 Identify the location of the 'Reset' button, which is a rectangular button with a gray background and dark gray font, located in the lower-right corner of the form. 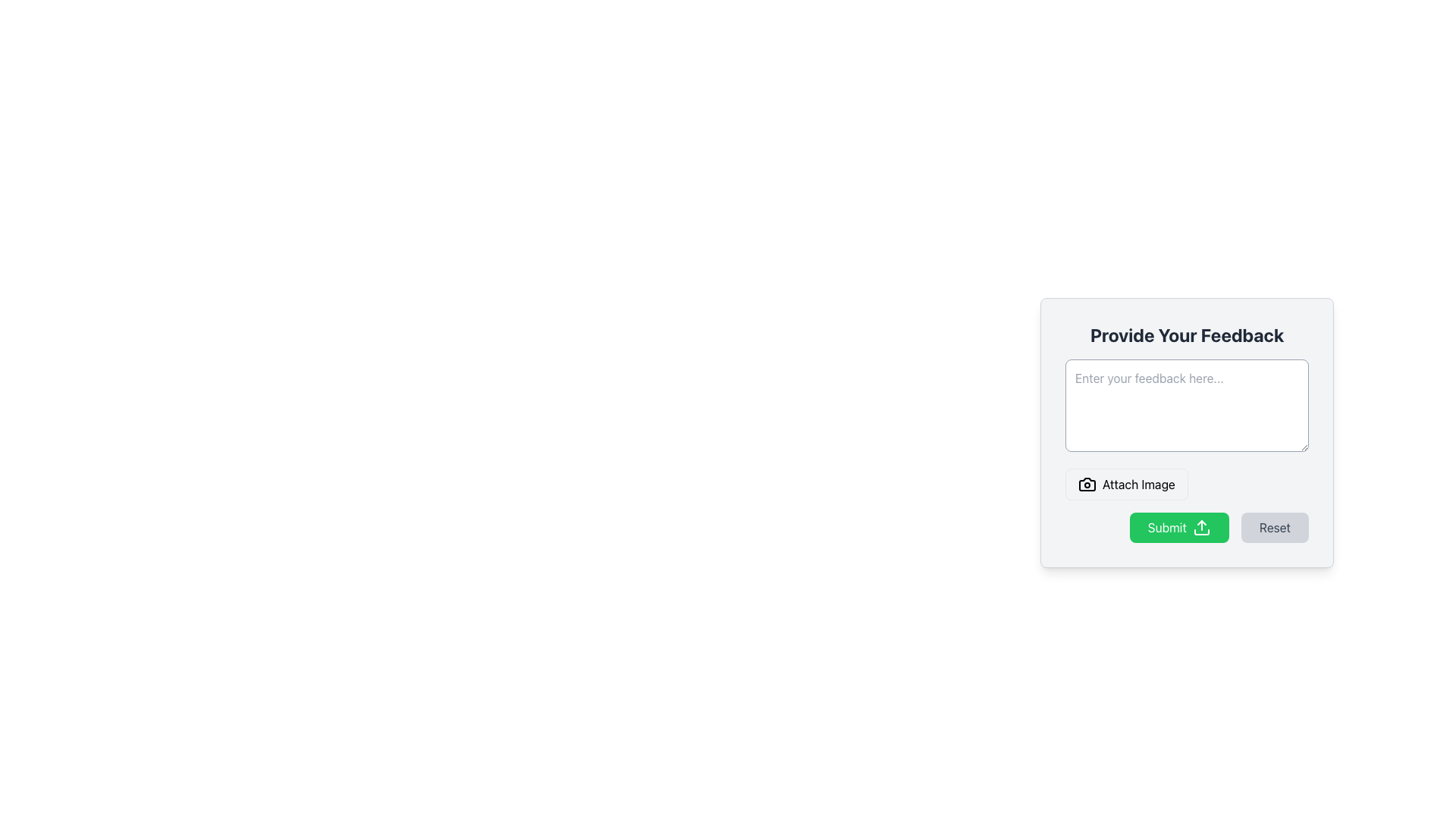
(1274, 526).